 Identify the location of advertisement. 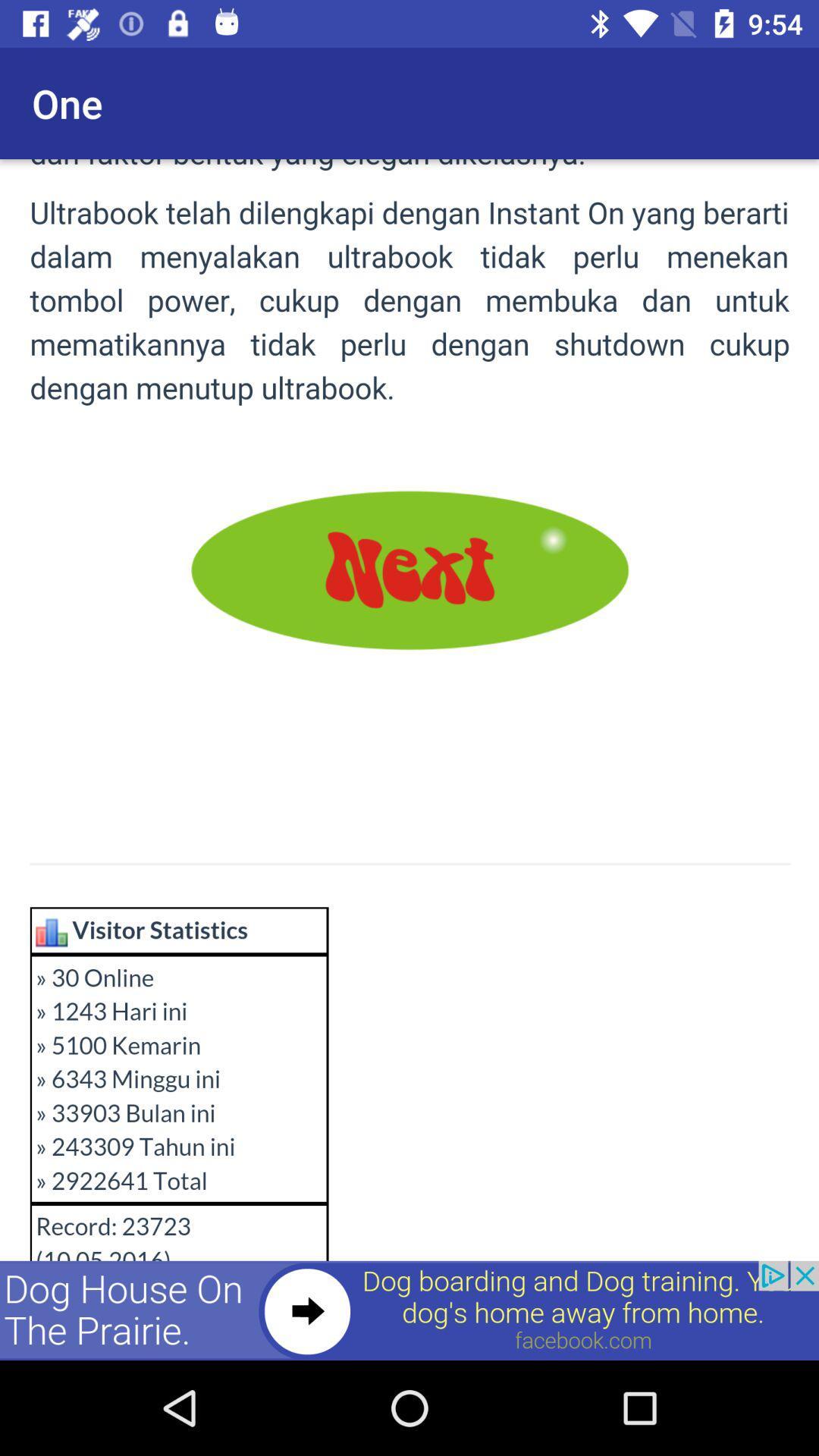
(409, 1310).